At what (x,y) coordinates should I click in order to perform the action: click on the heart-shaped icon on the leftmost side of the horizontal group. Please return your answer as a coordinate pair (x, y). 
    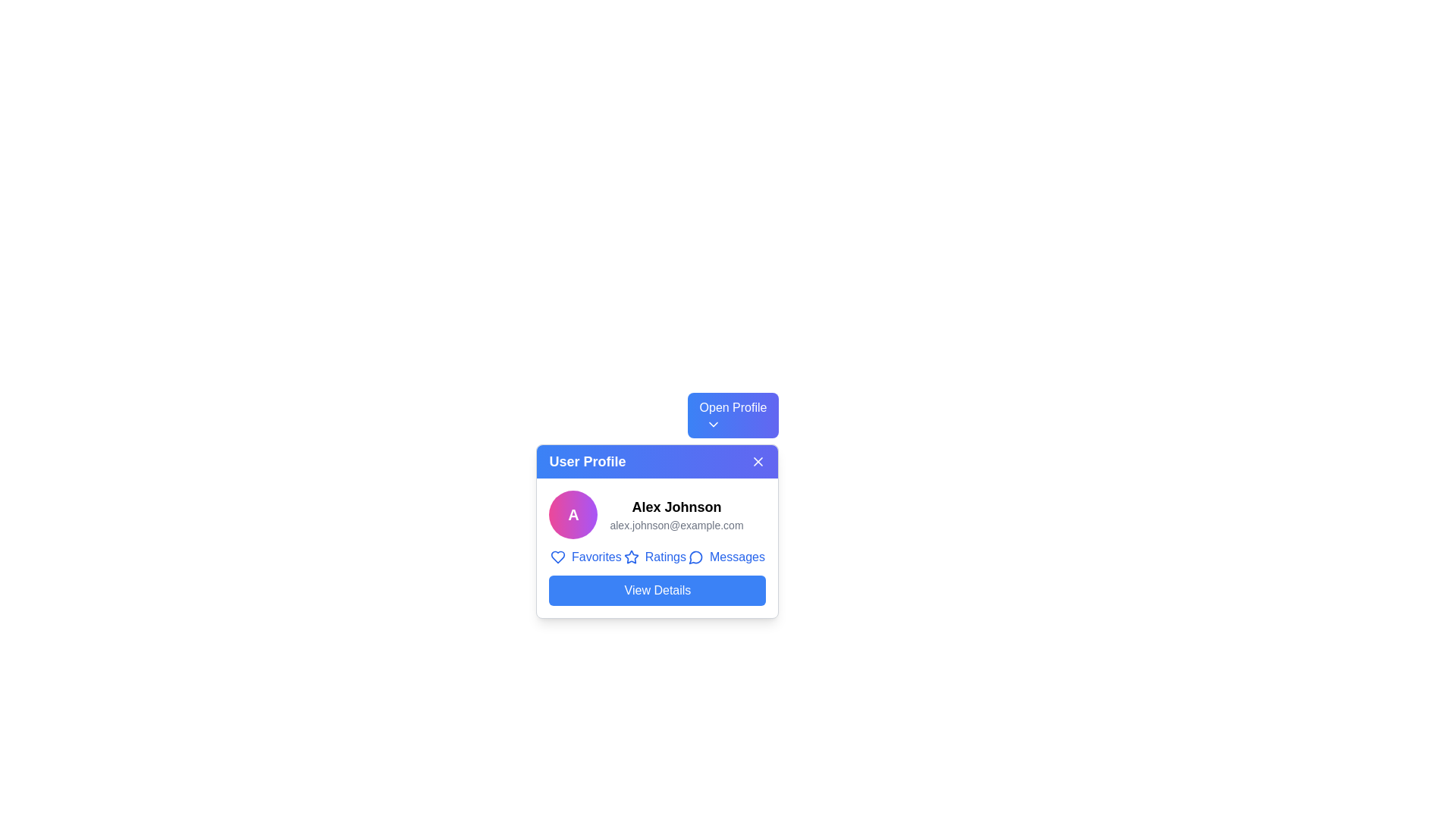
    Looking at the image, I should click on (557, 557).